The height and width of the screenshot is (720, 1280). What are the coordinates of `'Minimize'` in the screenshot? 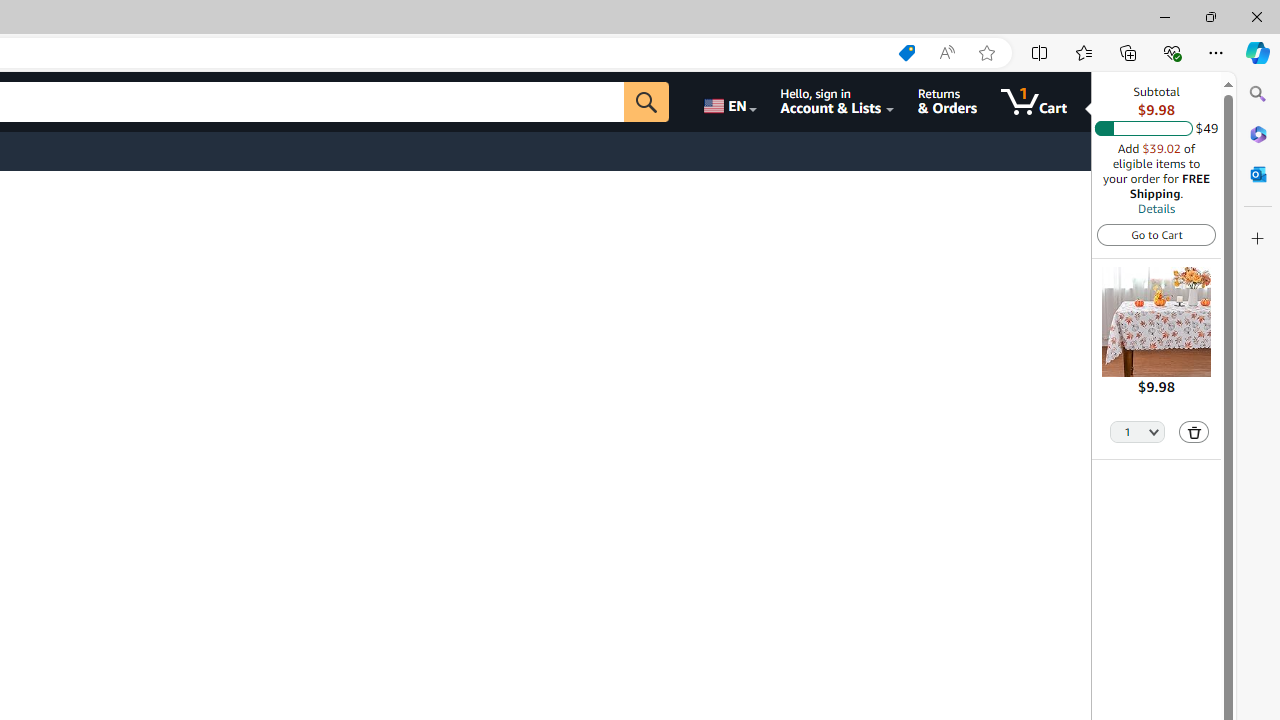 It's located at (1164, 16).